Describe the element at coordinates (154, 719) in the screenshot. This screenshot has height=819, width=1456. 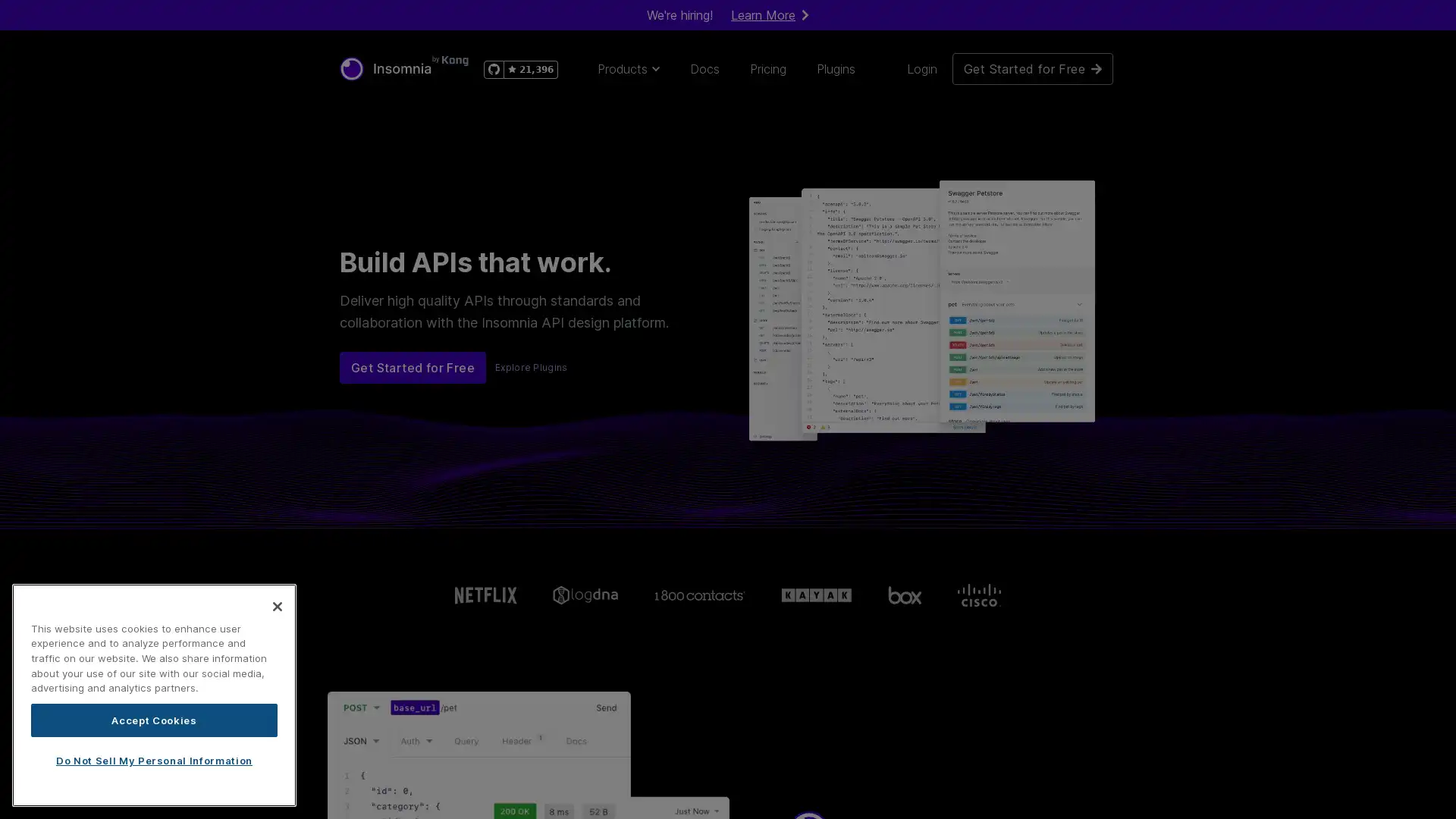
I see `Accept Cookies` at that location.